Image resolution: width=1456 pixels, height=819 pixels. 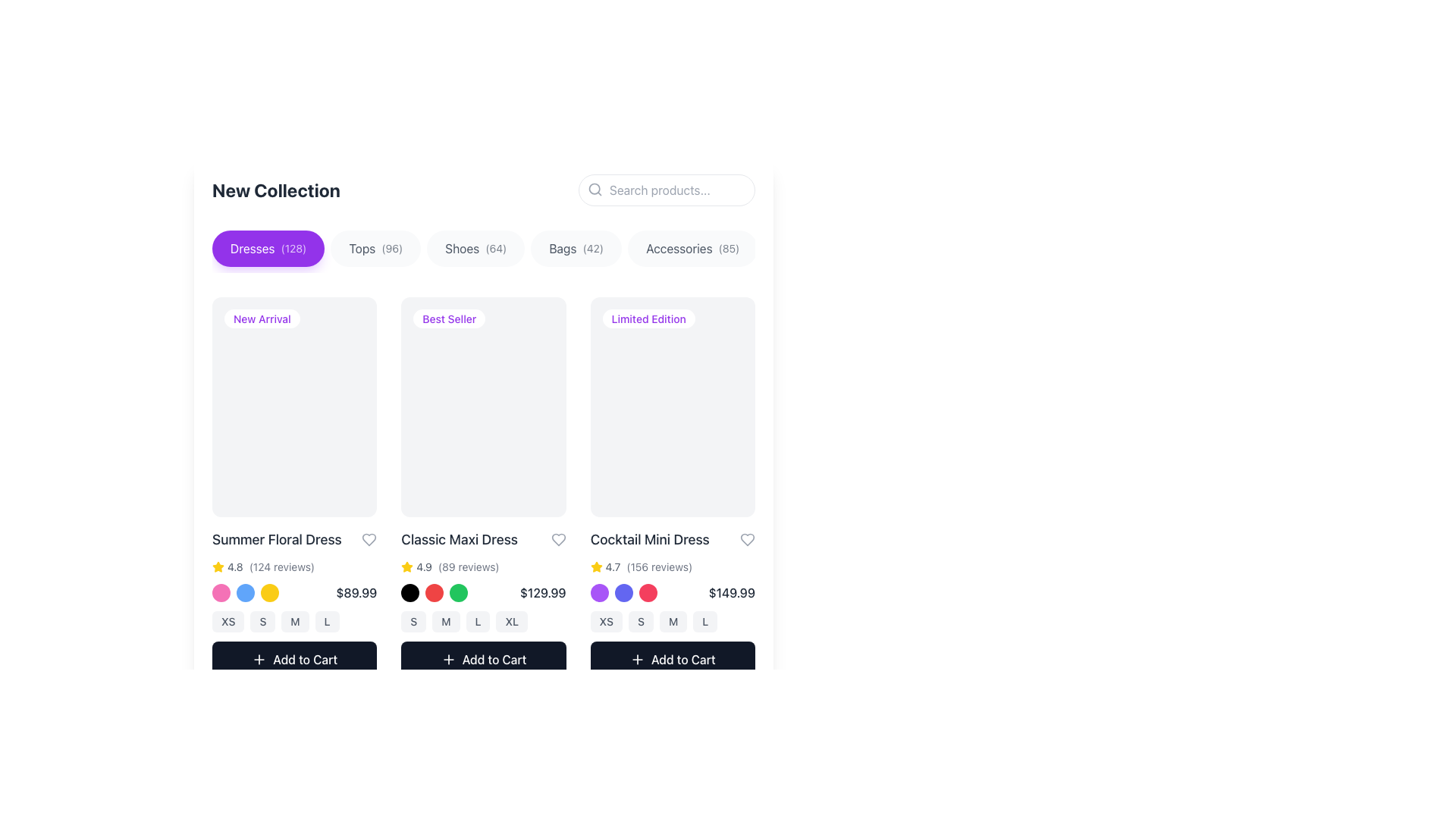 I want to click on to select the second color option (blue) in the horizontal color selection component located under the 'Cocktail Mini Dress' section, positioned to the left of the price $149.99, so click(x=623, y=591).